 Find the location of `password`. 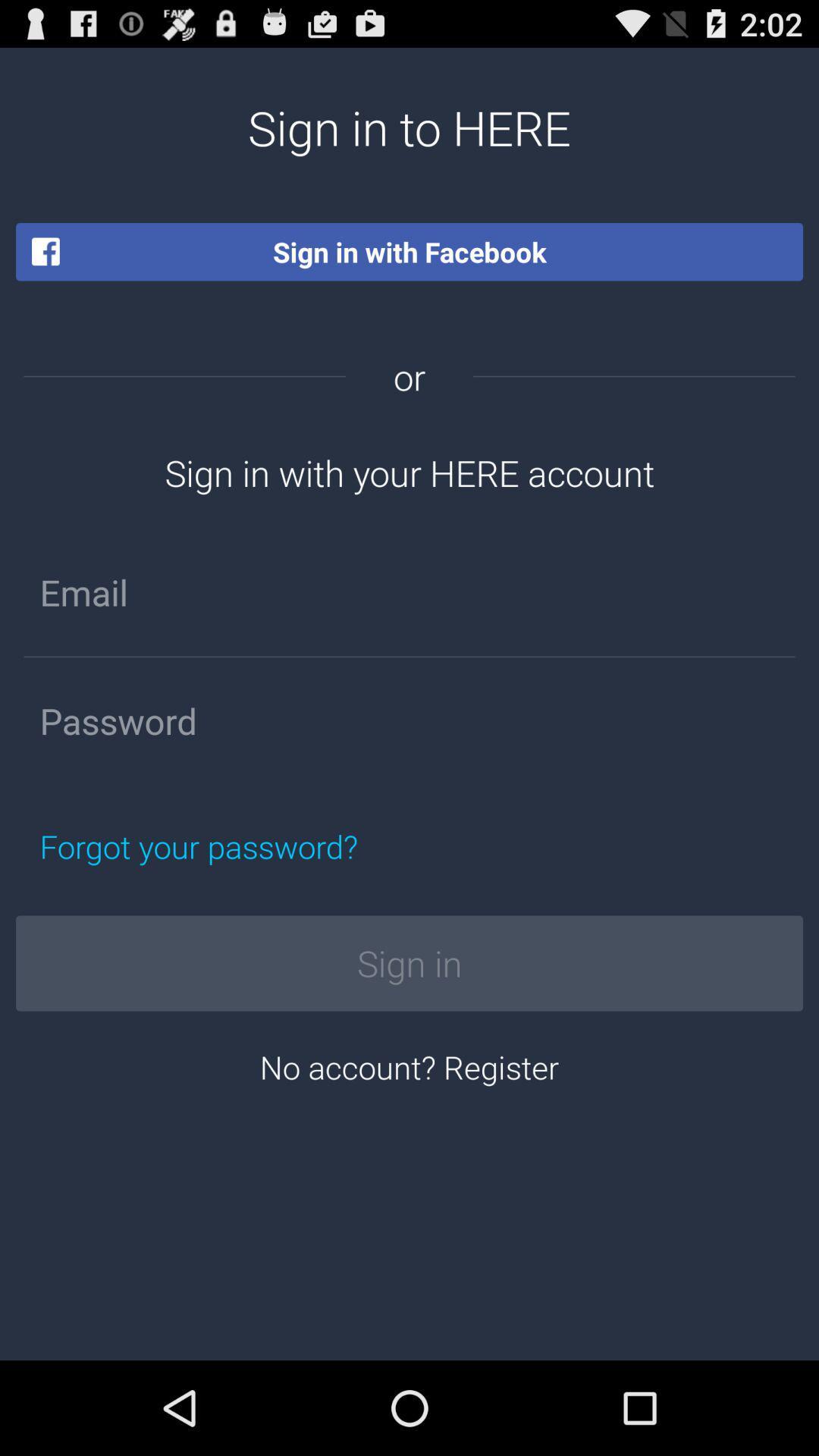

password is located at coordinates (409, 720).